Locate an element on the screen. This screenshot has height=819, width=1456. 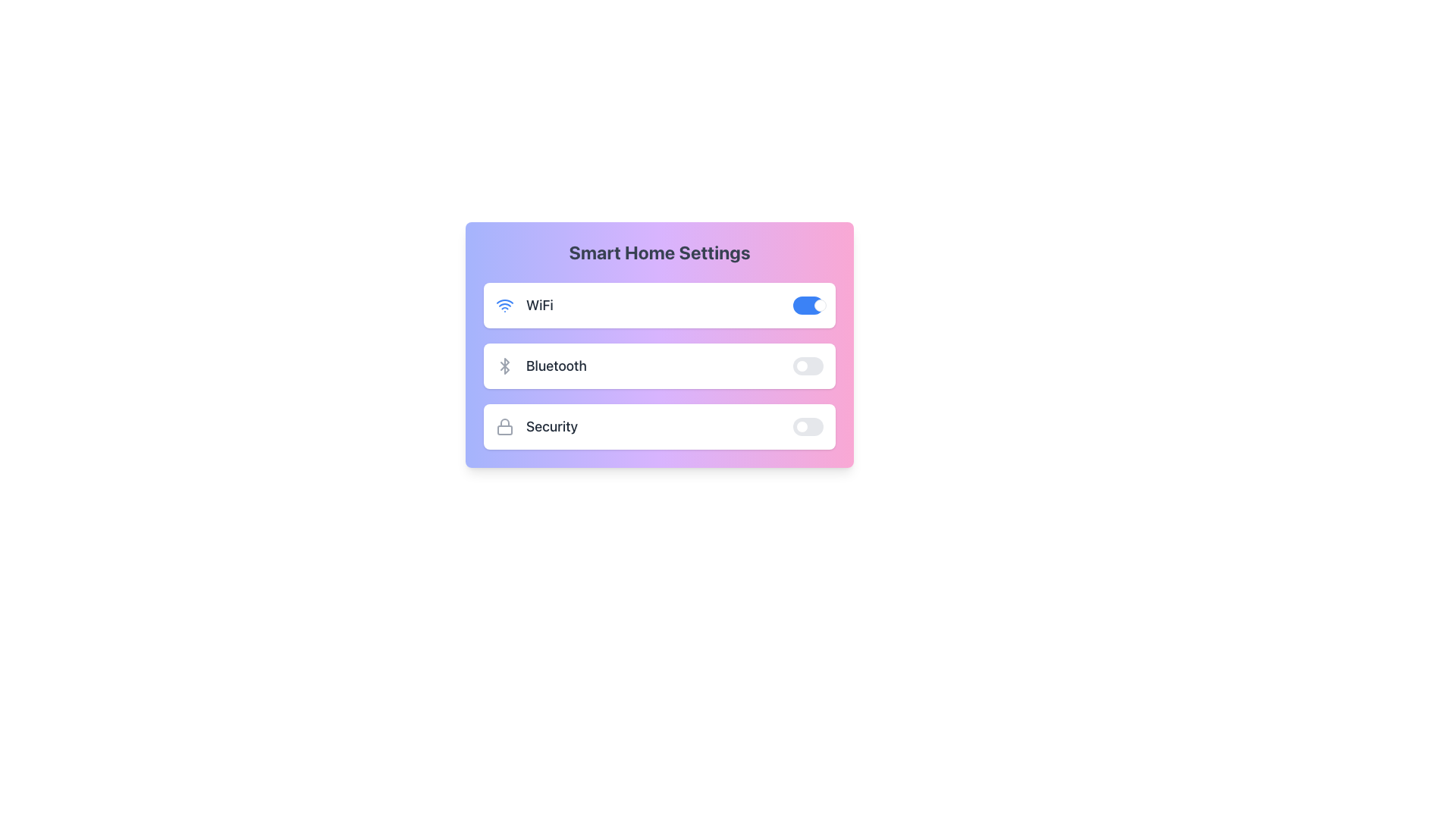
the lock icon element, which is gray and rounded, located to the left of the 'Security' text in the Smart Home Settings interface is located at coordinates (505, 427).